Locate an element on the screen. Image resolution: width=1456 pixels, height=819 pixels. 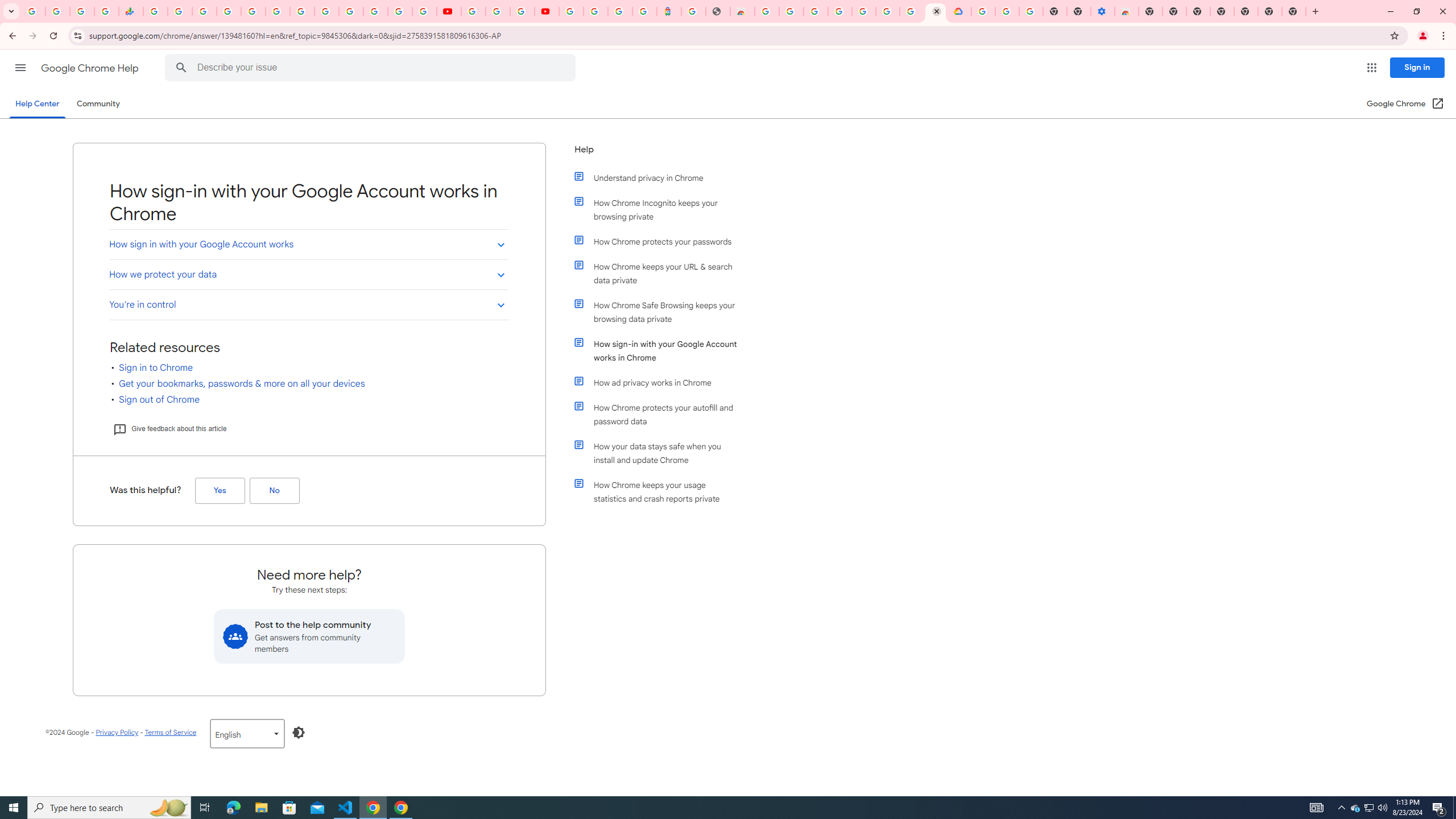
'Sign out of Chrome' is located at coordinates (159, 399).